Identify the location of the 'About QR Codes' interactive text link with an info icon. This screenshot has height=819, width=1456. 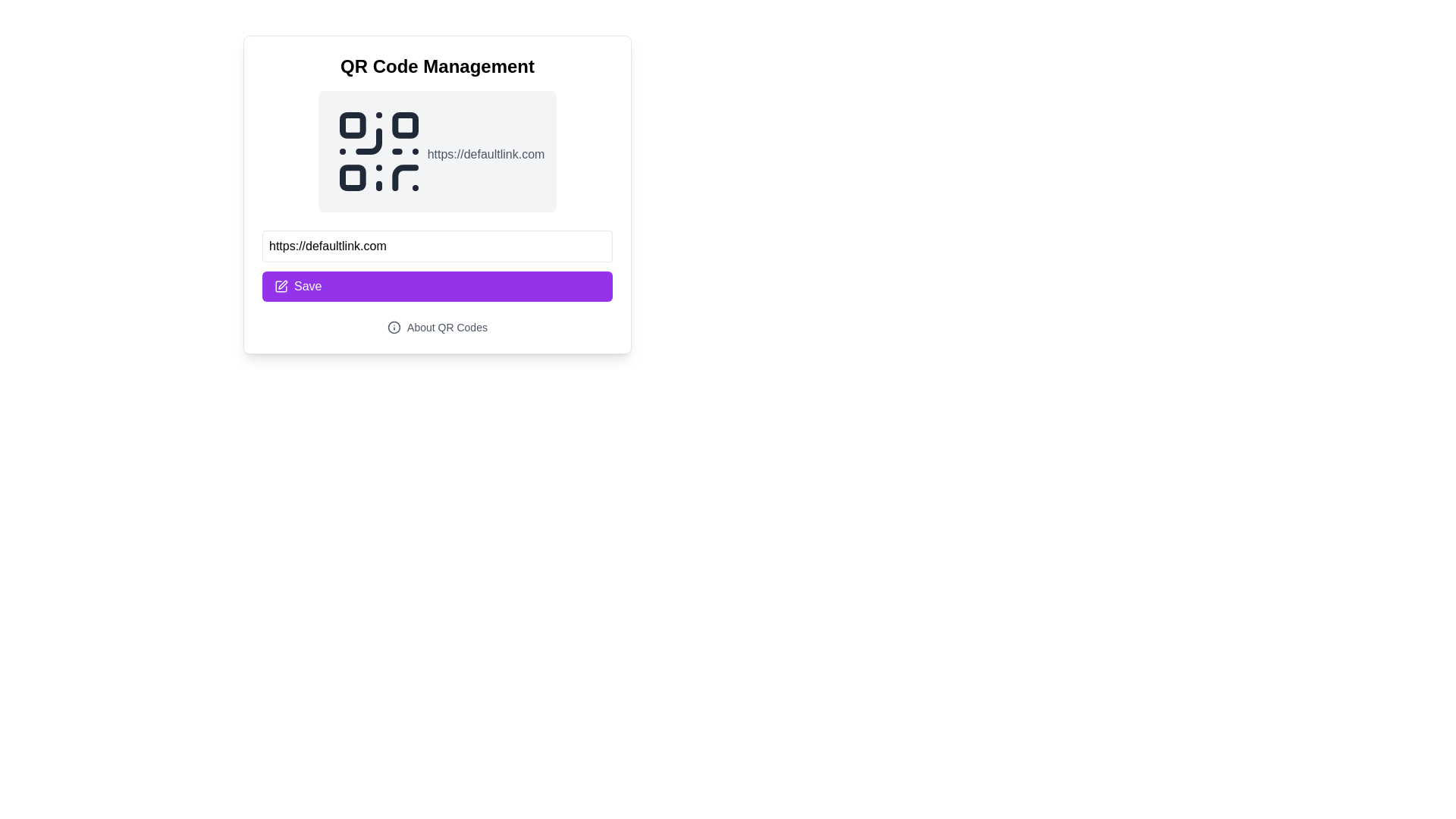
(436, 327).